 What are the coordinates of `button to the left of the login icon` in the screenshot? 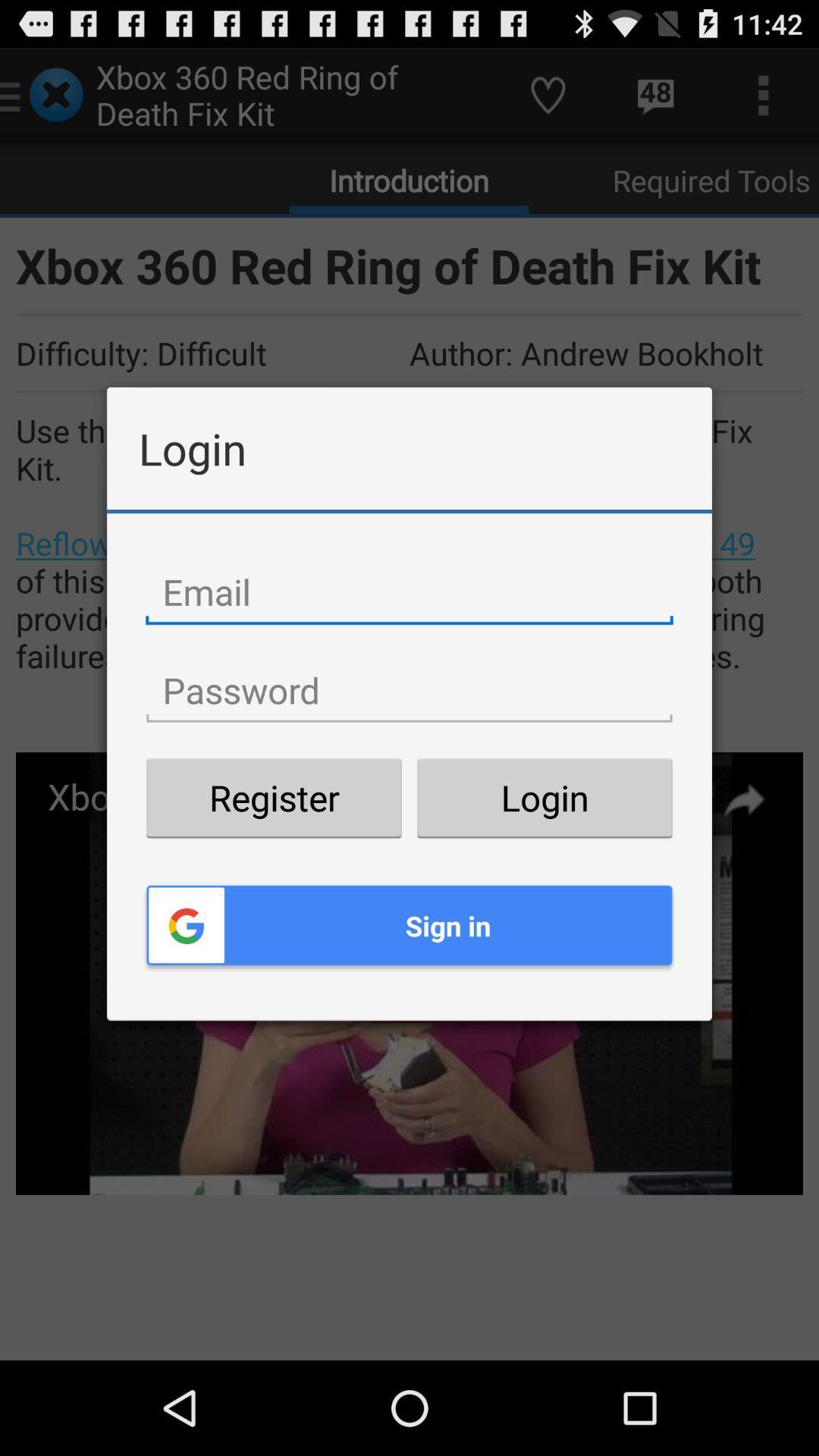 It's located at (274, 797).